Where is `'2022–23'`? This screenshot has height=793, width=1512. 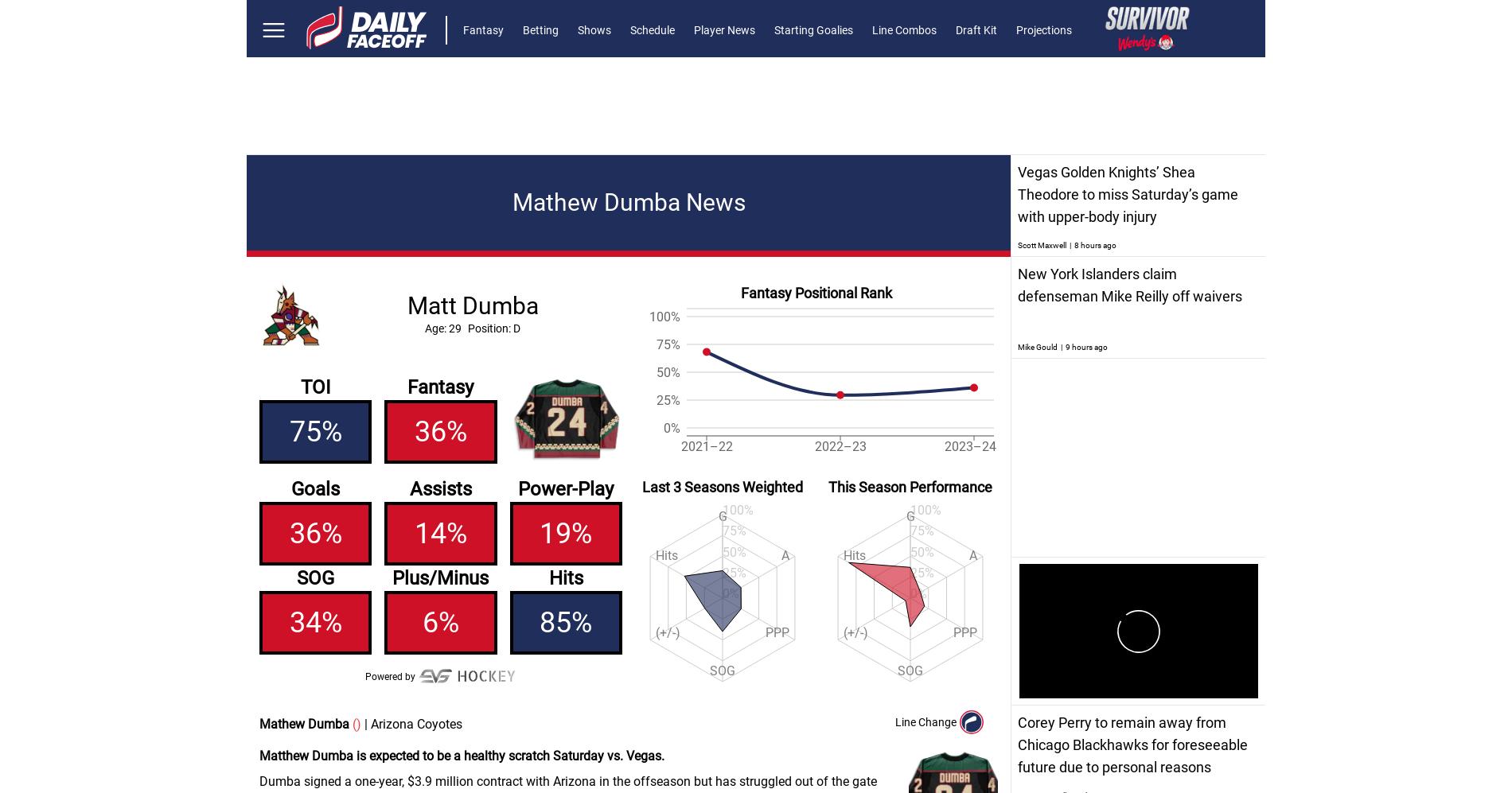 '2022–23' is located at coordinates (840, 446).